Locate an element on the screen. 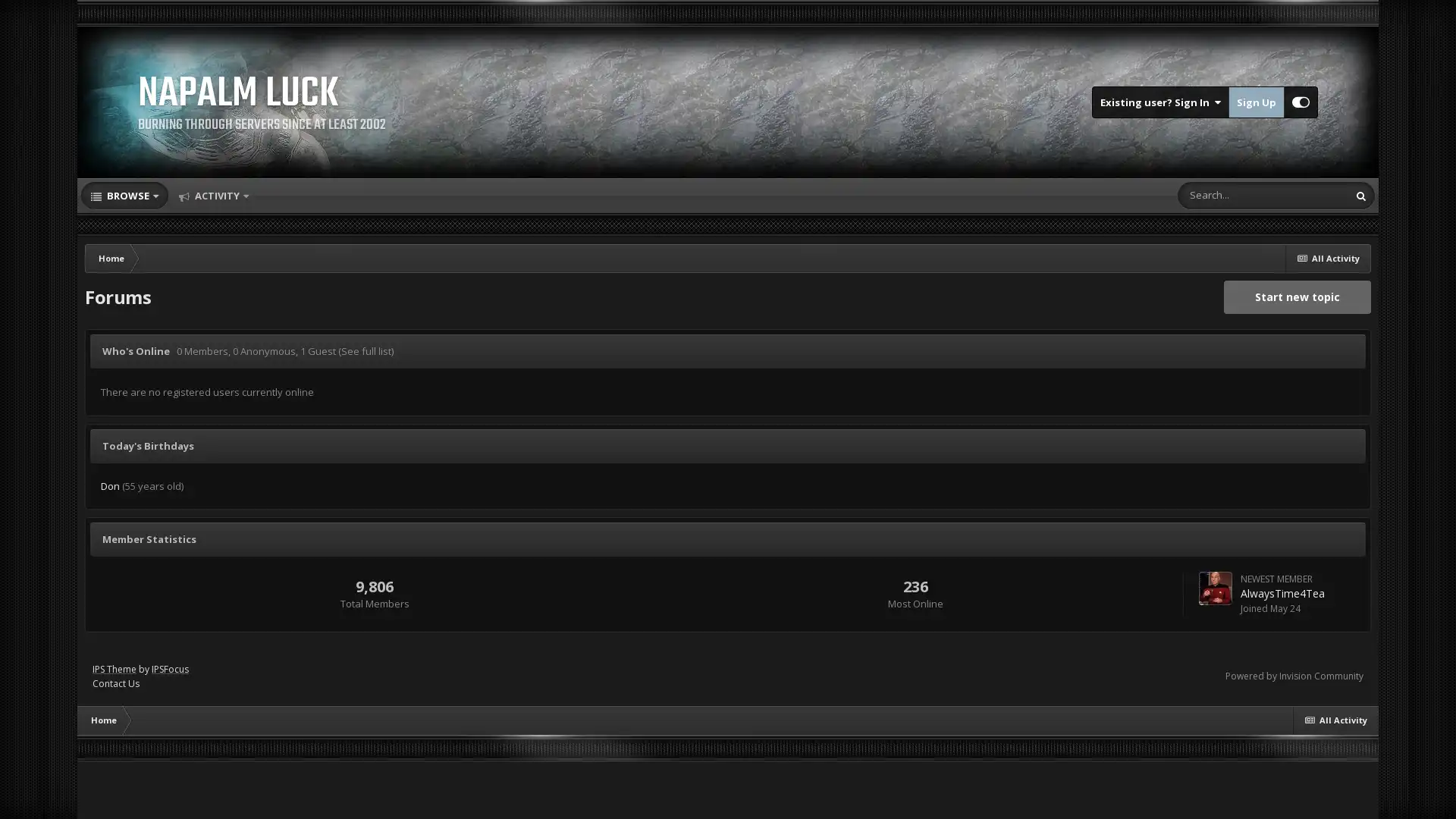  Search is located at coordinates (1361, 195).